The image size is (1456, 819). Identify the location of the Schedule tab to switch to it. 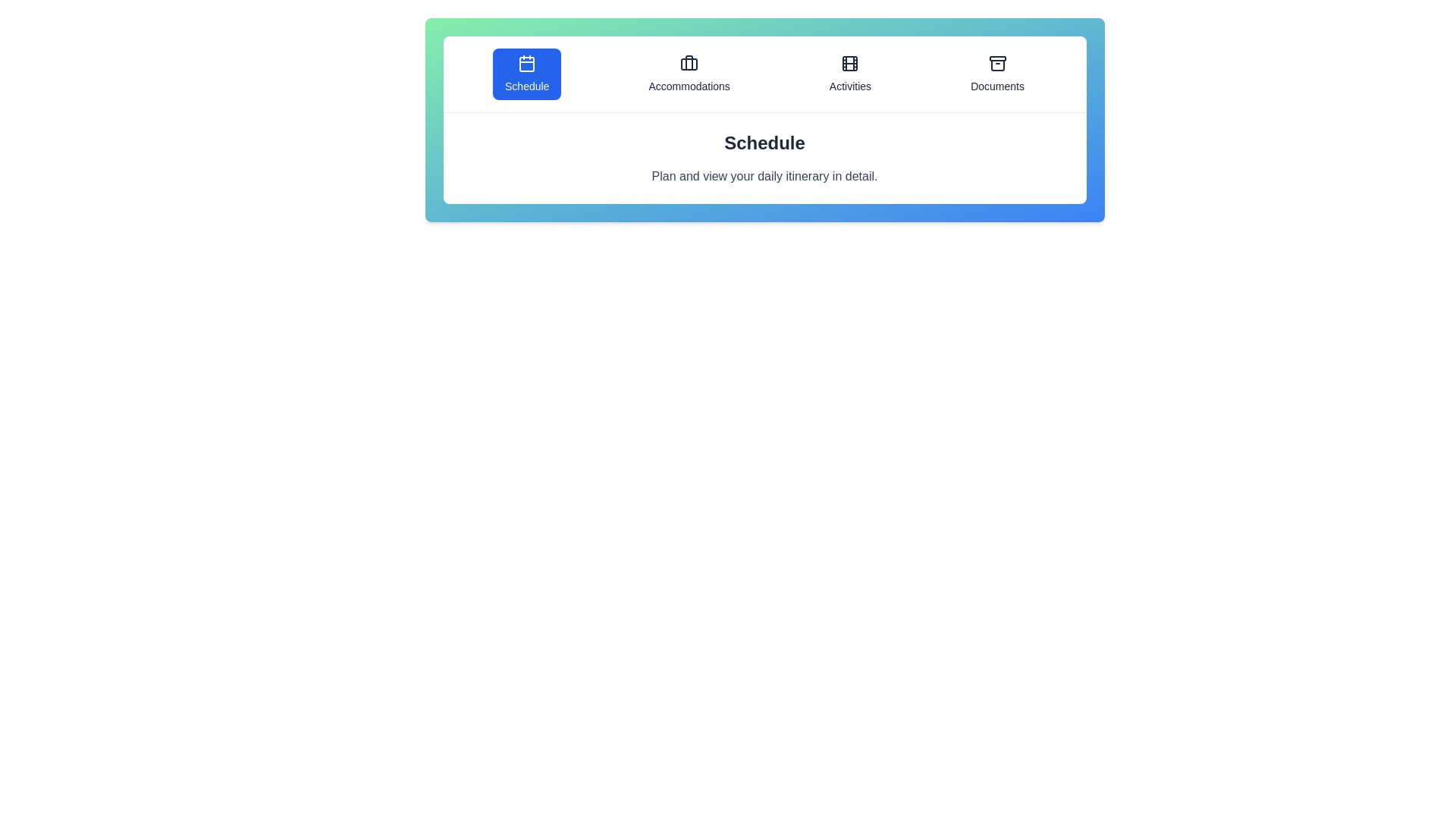
(527, 74).